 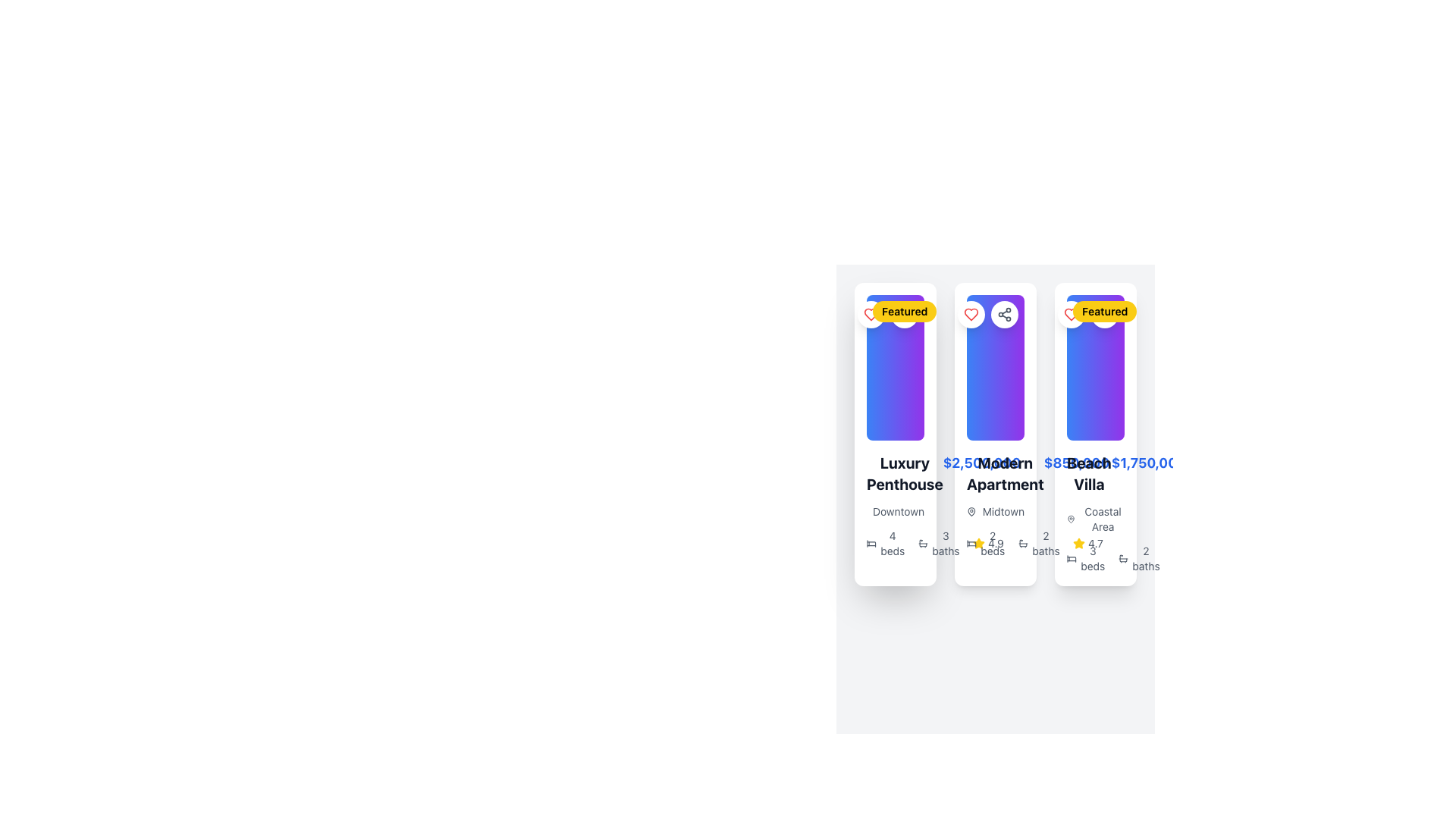 What do you see at coordinates (979, 542) in the screenshot?
I see `the yellow star-shaped icon at the bottom section of the third property card from the left` at bounding box center [979, 542].